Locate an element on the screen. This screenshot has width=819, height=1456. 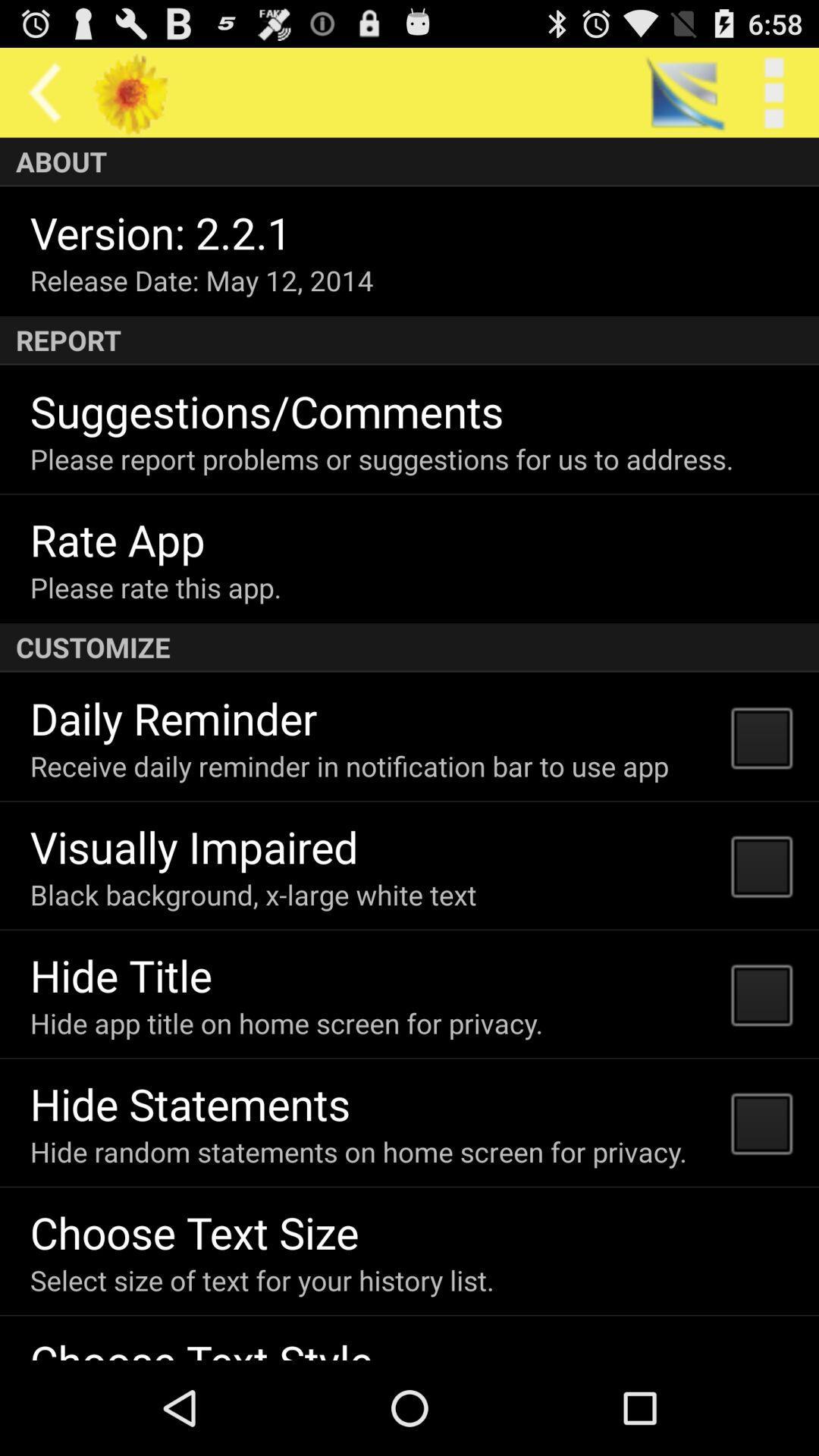
icon above the choose text style item is located at coordinates (261, 1279).